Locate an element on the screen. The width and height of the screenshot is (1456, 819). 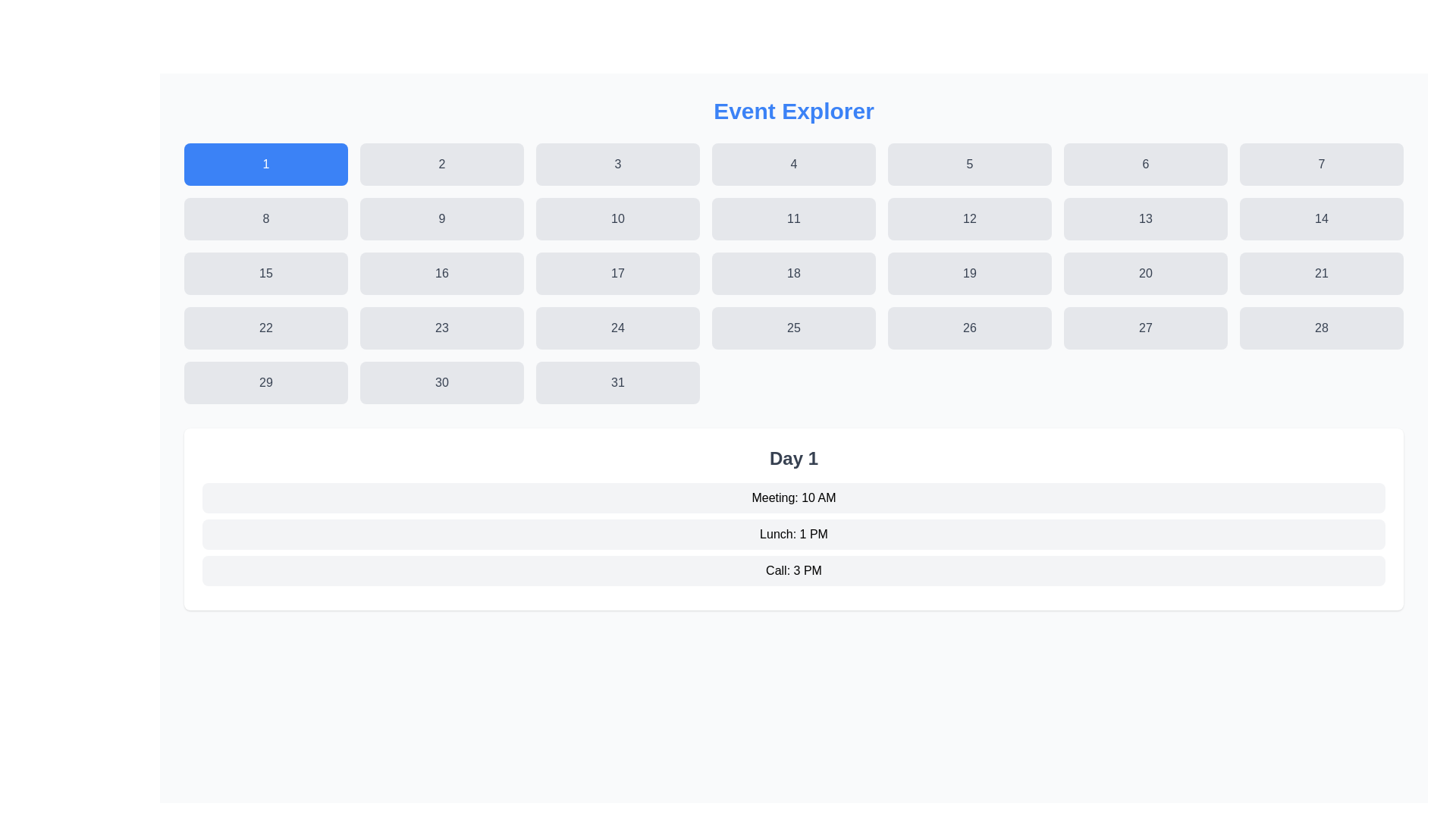
the selectable button corresponding to the number '6' located in the topmost row of the grid layout, flanked by buttons '5' and '7' is located at coordinates (1146, 164).